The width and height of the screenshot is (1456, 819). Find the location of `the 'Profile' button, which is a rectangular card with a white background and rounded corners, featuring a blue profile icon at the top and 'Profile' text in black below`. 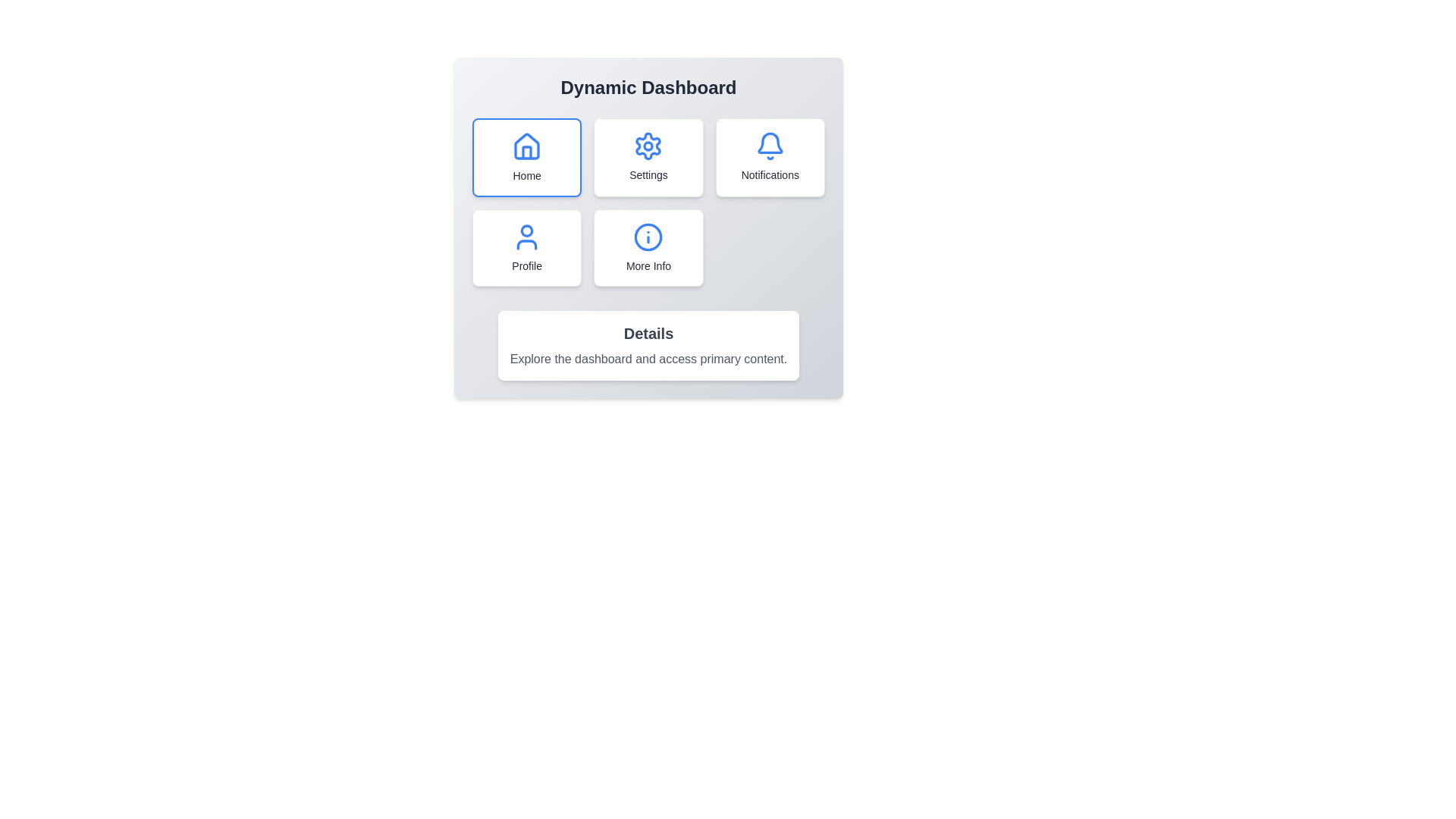

the 'Profile' button, which is a rectangular card with a white background and rounded corners, featuring a blue profile icon at the top and 'Profile' text in black below is located at coordinates (527, 247).